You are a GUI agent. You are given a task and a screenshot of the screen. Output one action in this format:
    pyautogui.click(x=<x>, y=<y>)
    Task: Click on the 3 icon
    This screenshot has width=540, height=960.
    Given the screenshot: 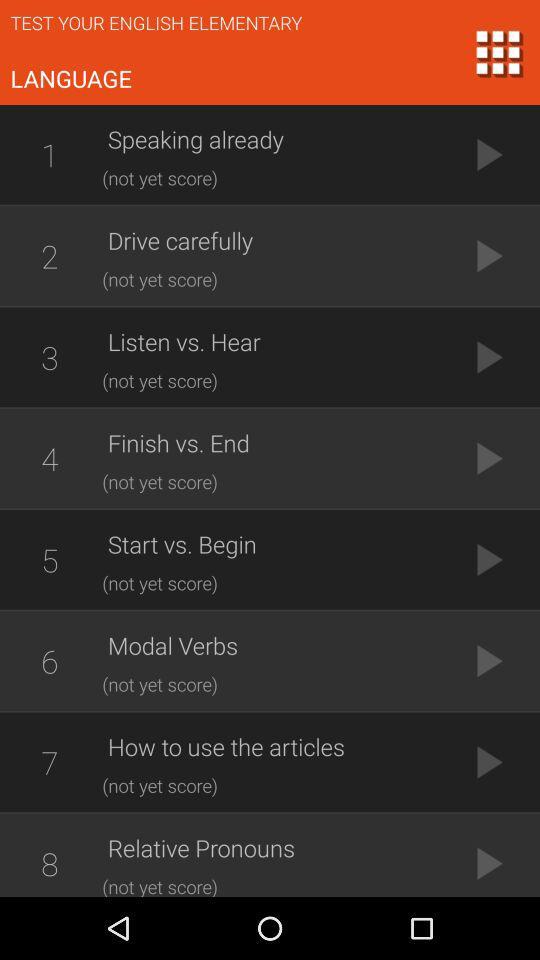 What is the action you would take?
    pyautogui.click(x=49, y=357)
    